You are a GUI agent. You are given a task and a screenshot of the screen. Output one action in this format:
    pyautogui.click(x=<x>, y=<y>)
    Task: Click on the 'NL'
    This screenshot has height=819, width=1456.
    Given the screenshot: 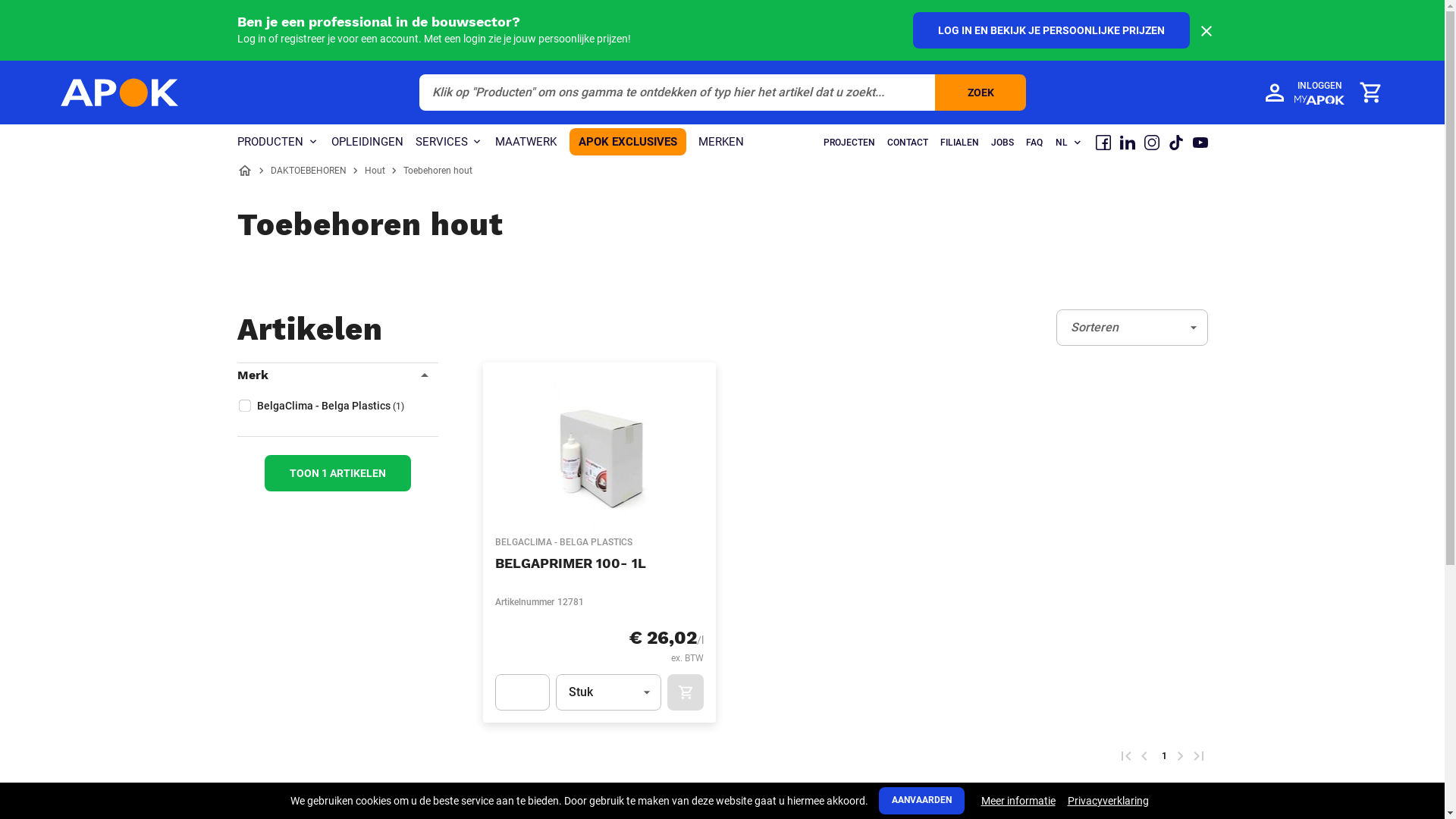 What is the action you would take?
    pyautogui.click(x=1068, y=143)
    